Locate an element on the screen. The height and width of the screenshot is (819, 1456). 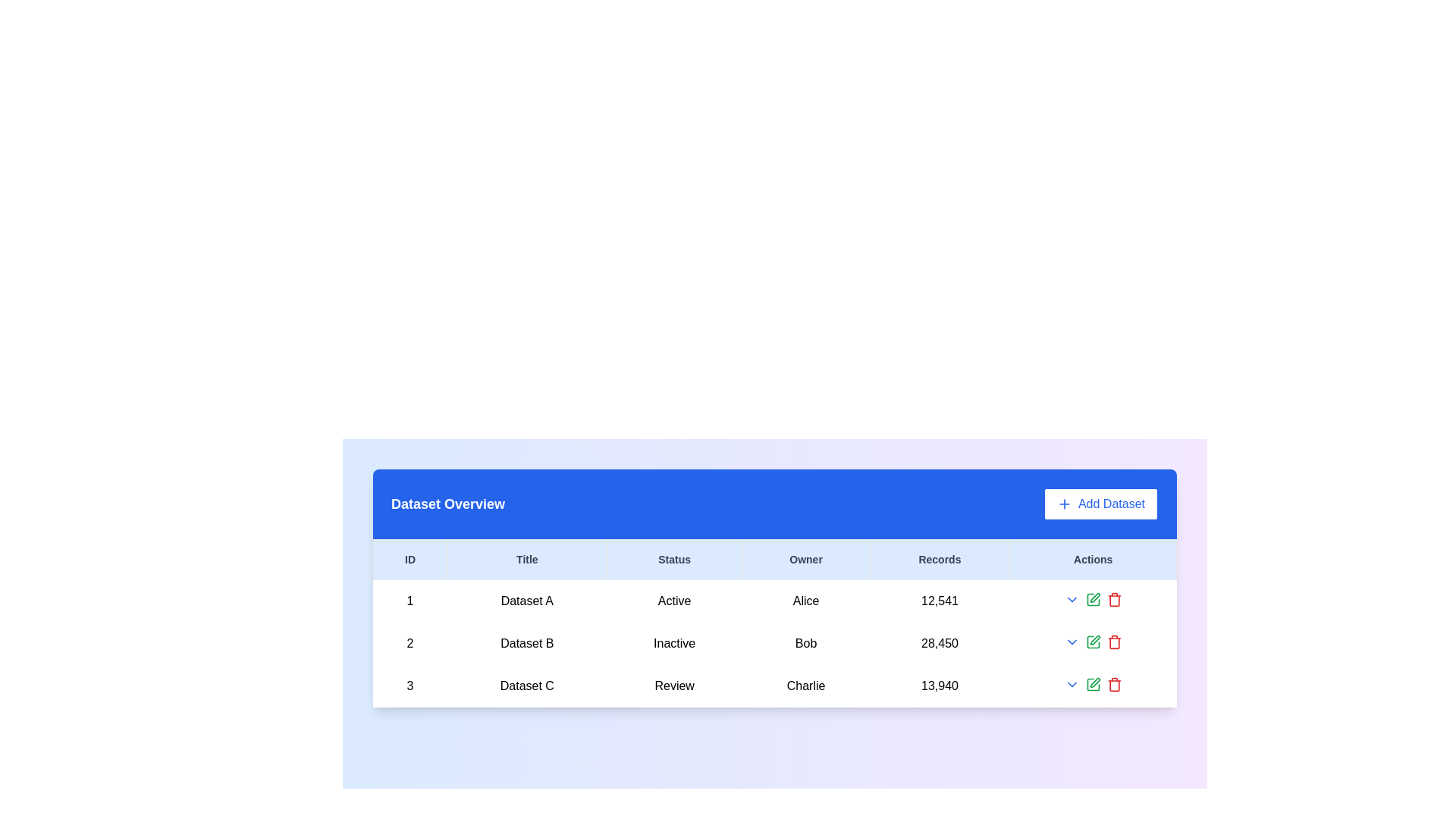
the Dropdown toggle button (small downward arrow icon styled in blue) located in the second row of the 'Actions' column in the table displaying dataset records is located at coordinates (1071, 642).